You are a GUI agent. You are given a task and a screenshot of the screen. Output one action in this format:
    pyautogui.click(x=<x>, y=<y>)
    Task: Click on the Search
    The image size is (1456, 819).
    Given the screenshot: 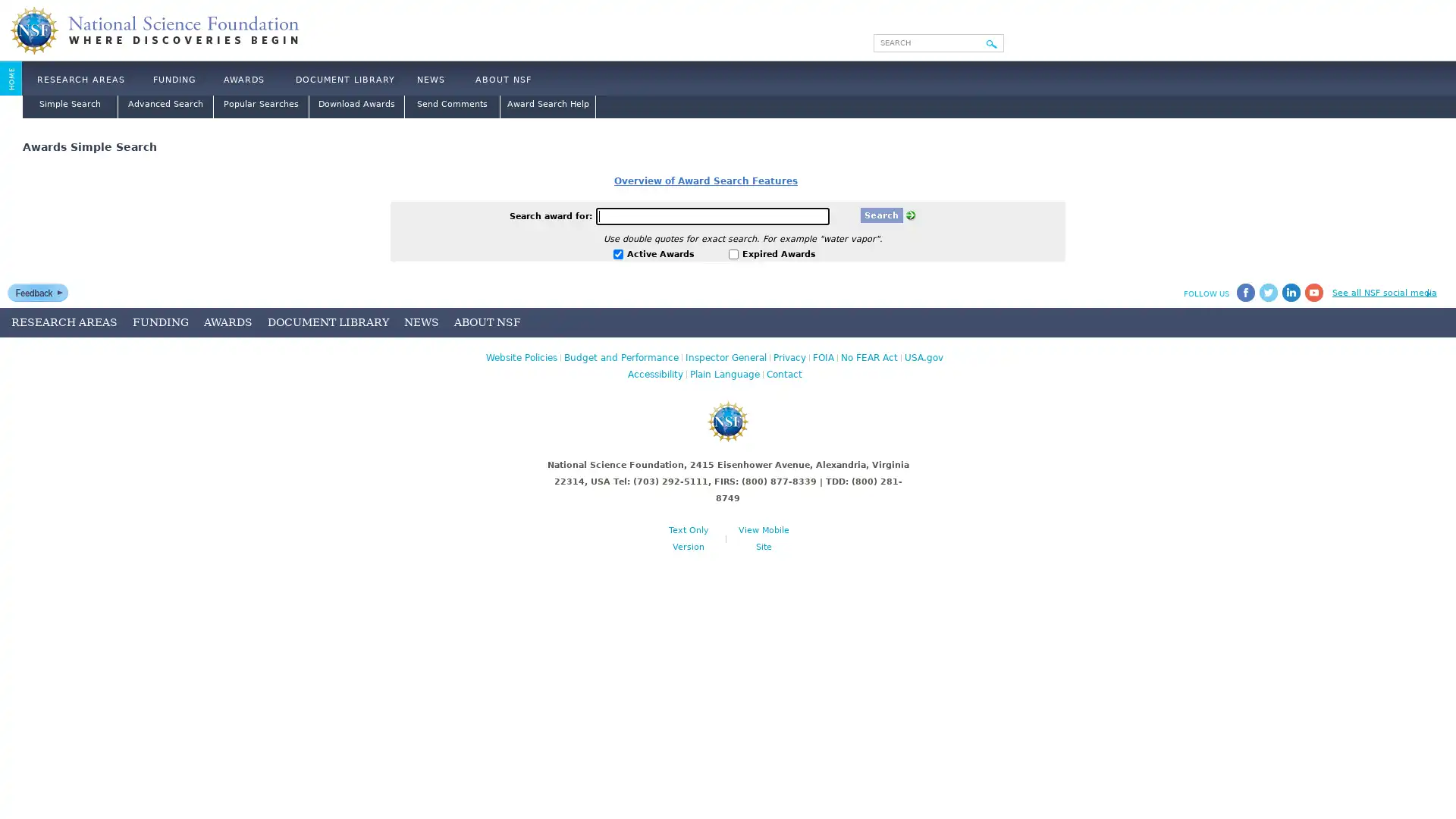 What is the action you would take?
    pyautogui.click(x=992, y=42)
    